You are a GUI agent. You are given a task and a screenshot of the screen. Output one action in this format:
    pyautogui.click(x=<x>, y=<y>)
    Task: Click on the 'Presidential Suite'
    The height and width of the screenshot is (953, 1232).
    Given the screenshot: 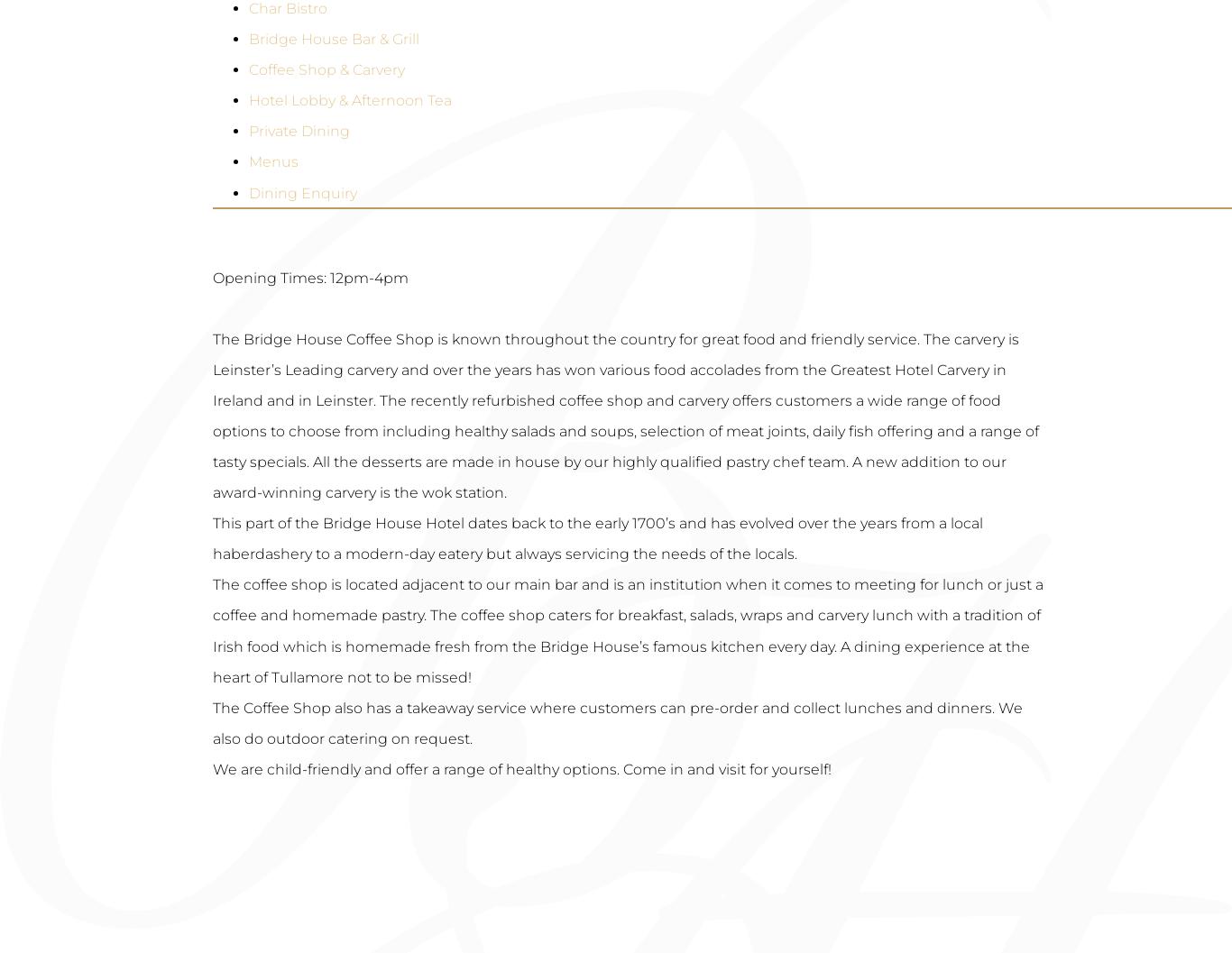 What is the action you would take?
    pyautogui.click(x=250, y=299)
    